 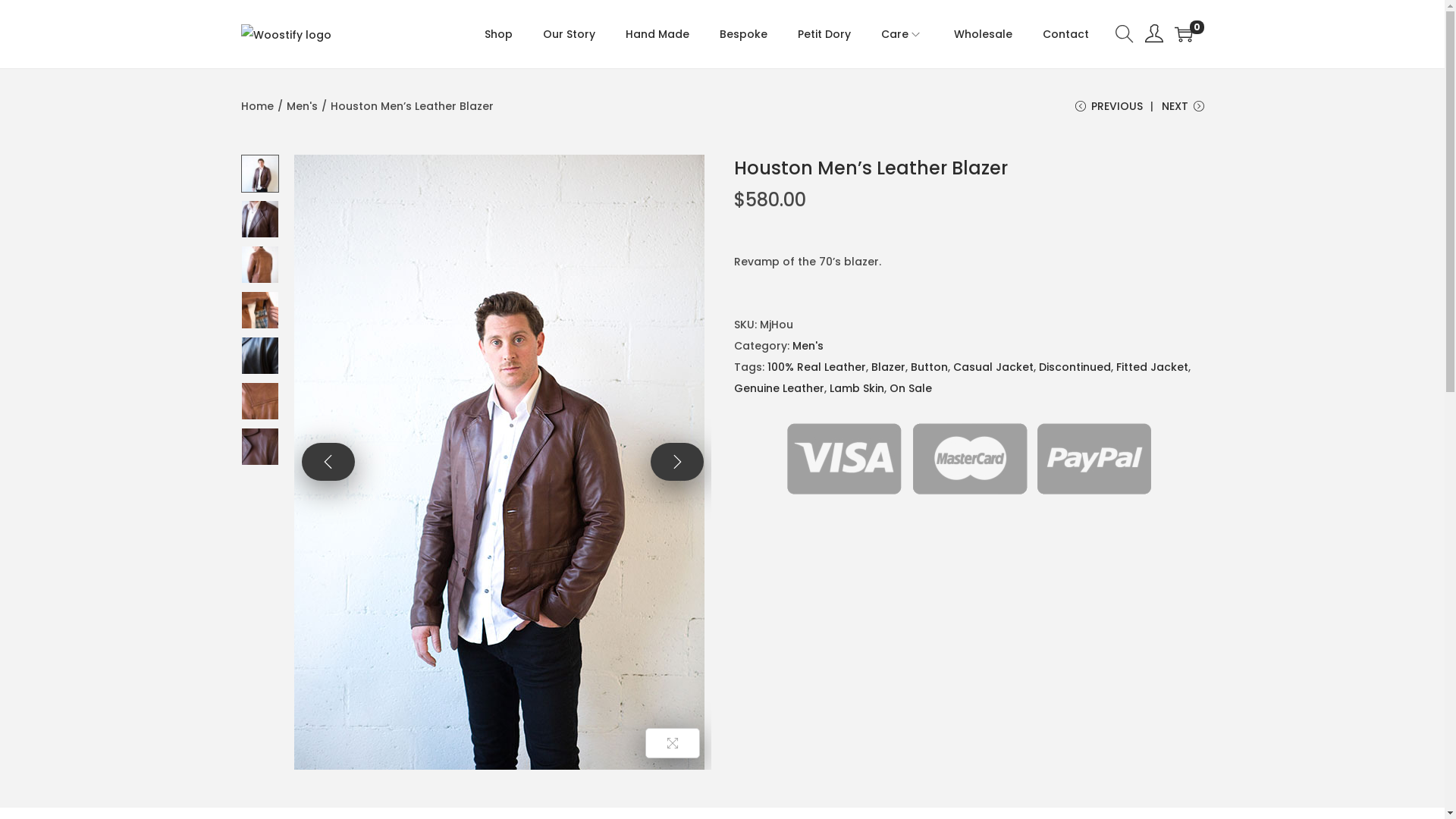 I want to click on 'Home', so click(x=257, y=105).